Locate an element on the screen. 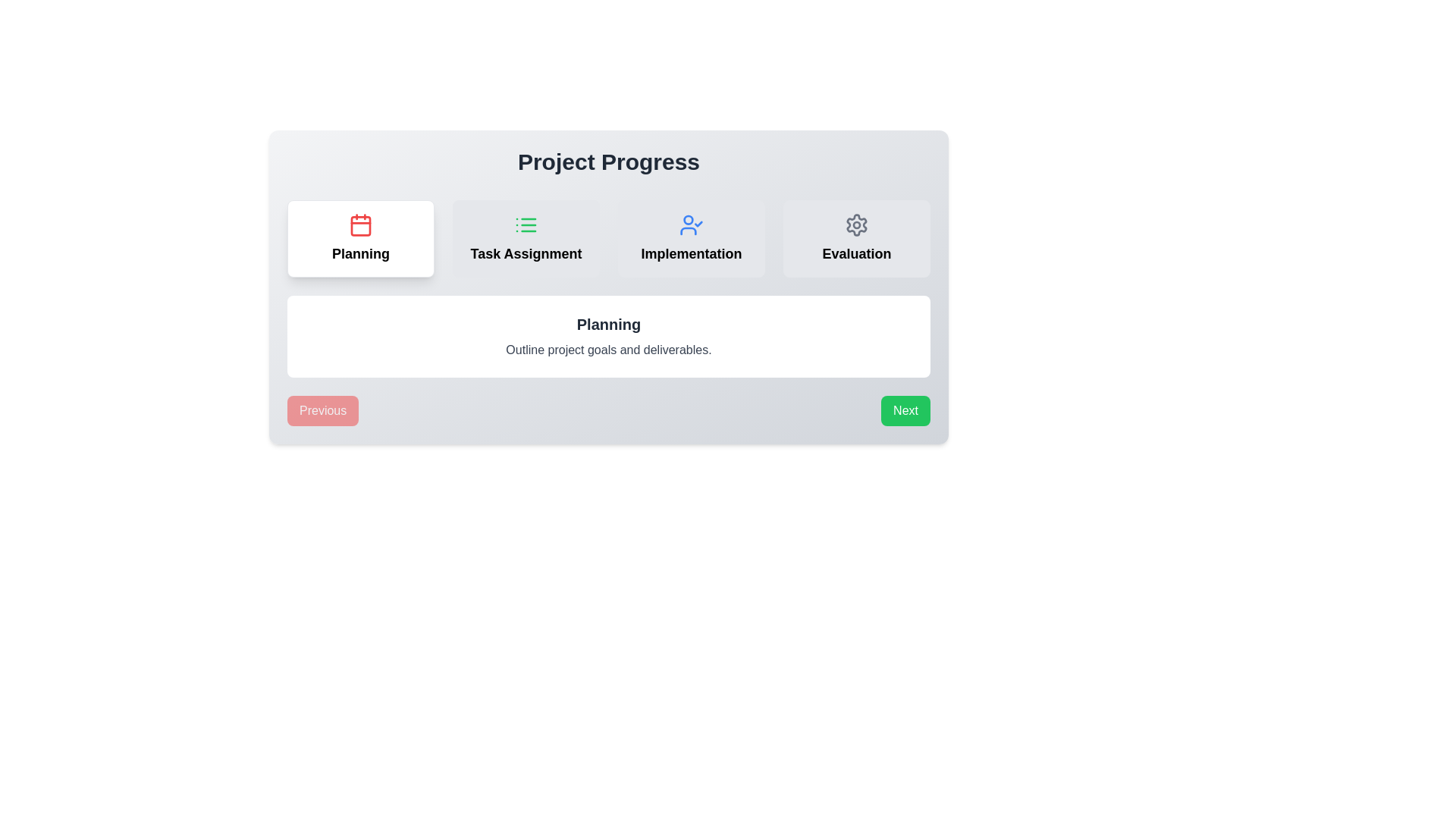 This screenshot has width=1456, height=819. the TextLabel displaying 'Task Assignment', which is centrally aligned and located between the 'Planning' and 'Implementation' sections in the 'Project Progress' interface is located at coordinates (526, 253).